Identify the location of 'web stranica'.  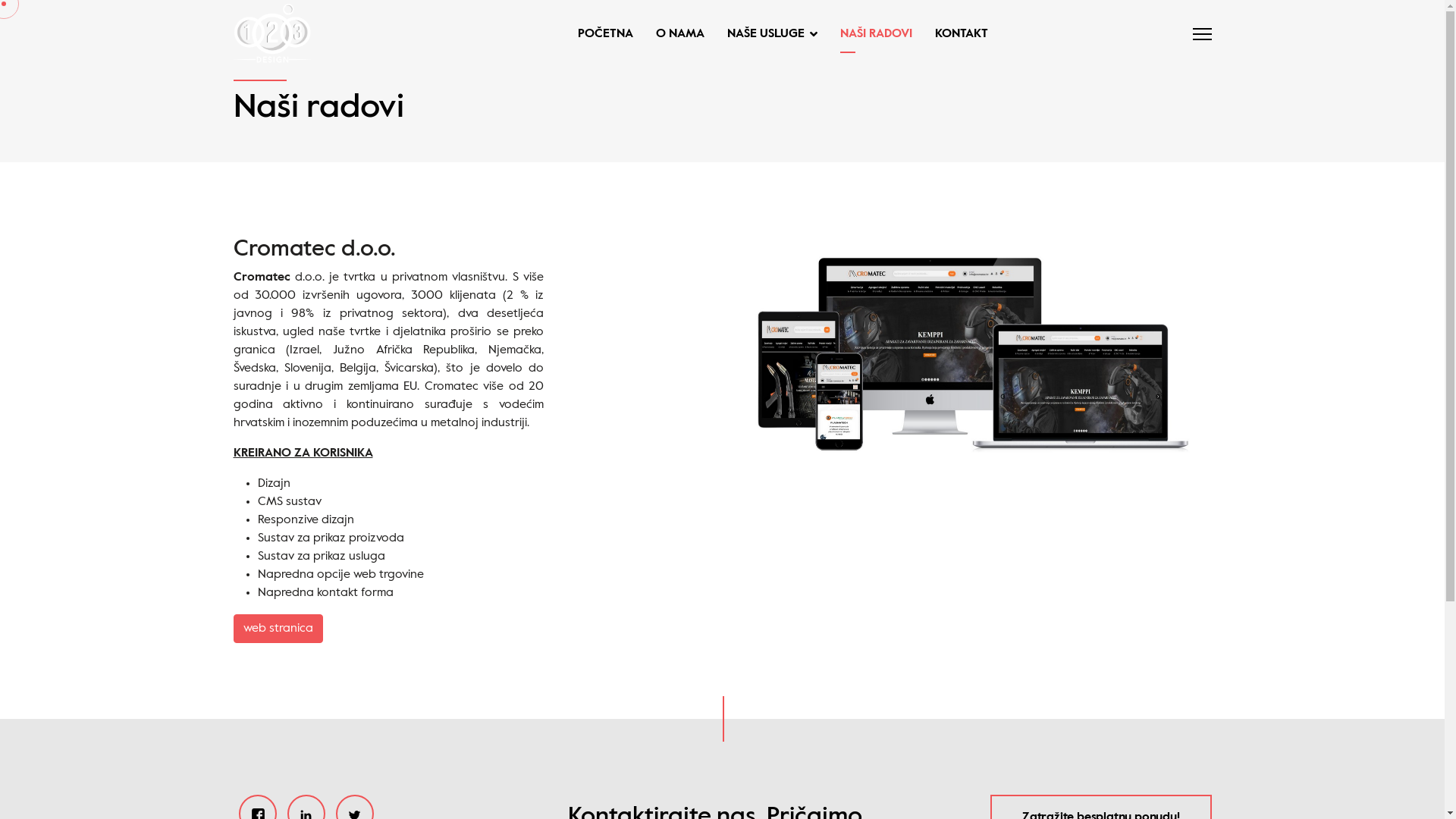
(278, 629).